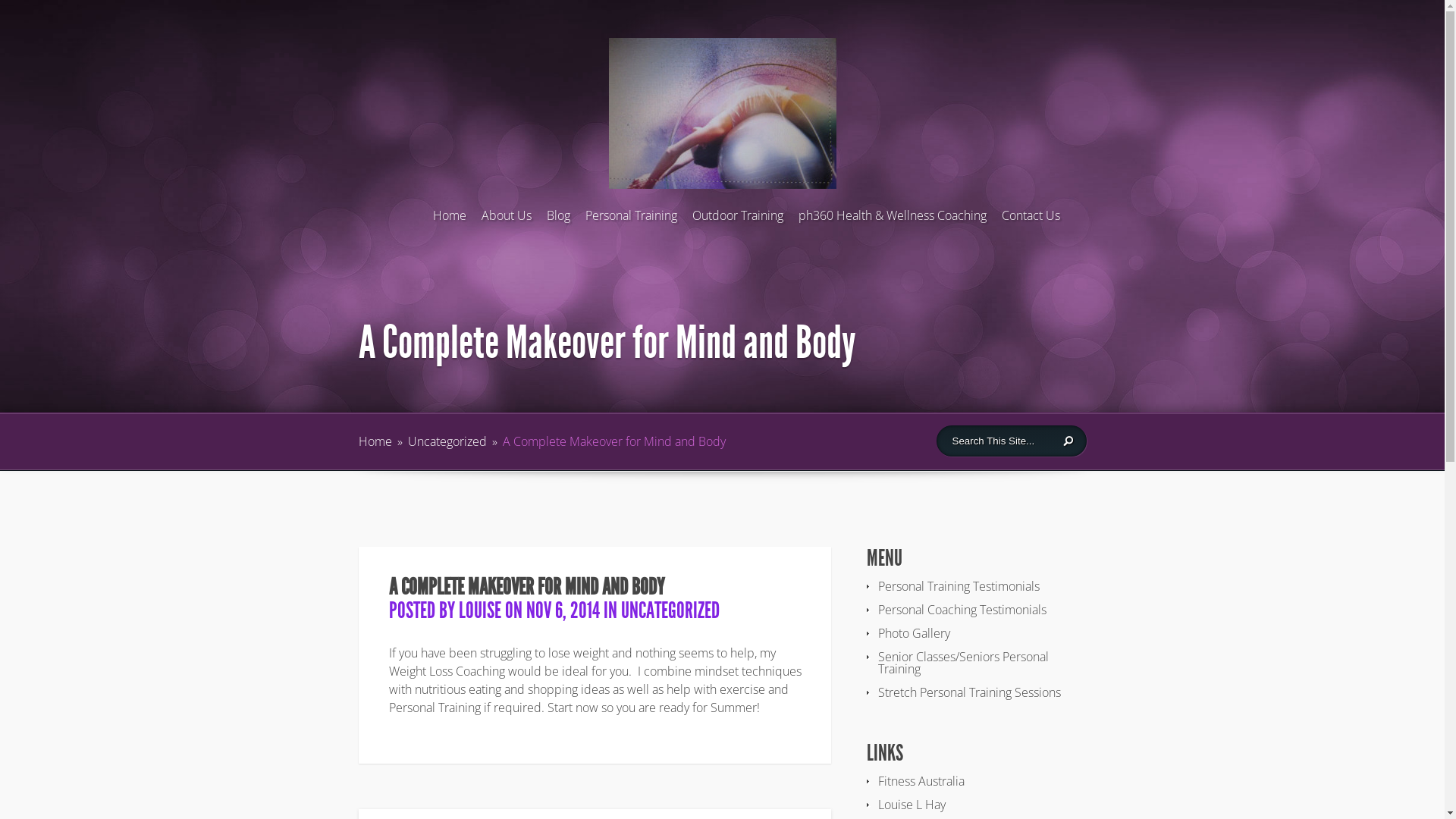 The width and height of the screenshot is (1456, 819). Describe the element at coordinates (920, 780) in the screenshot. I see `'Fitness Australia'` at that location.